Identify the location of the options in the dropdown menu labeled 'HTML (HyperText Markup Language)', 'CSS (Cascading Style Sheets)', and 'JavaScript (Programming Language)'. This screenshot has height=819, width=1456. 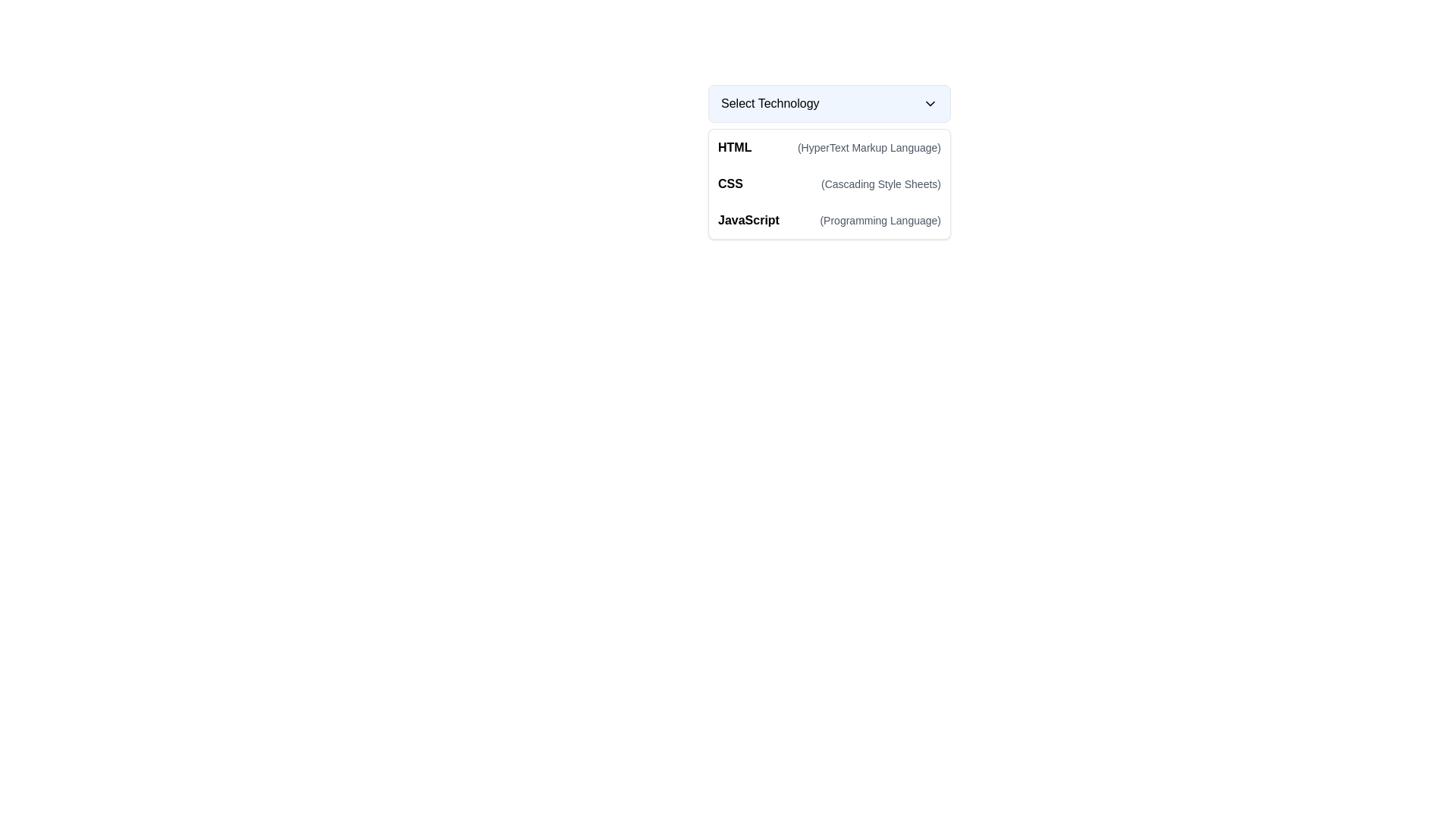
(829, 184).